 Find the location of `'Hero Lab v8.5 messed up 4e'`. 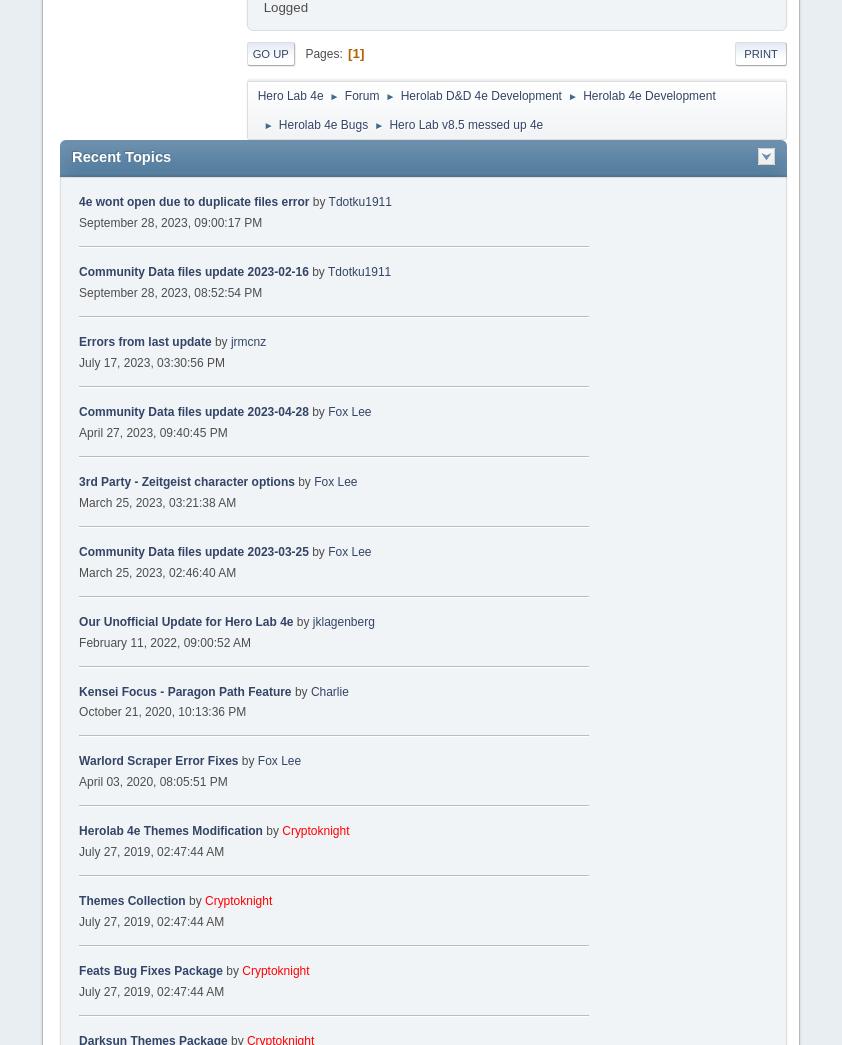

'Hero Lab v8.5 messed up 4e' is located at coordinates (389, 123).